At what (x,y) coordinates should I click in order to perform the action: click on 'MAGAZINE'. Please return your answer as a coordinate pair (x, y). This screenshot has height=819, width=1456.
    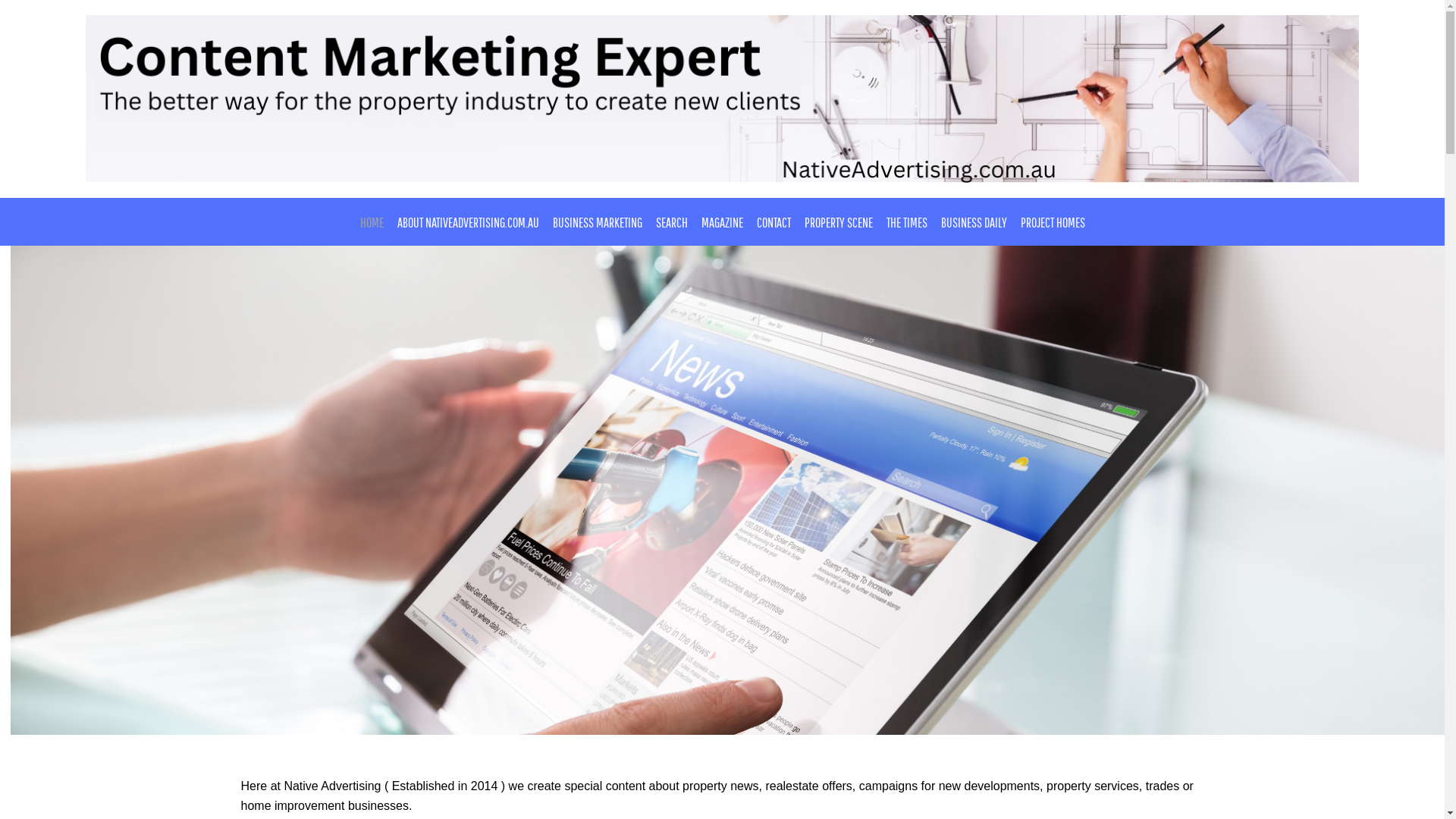
    Looking at the image, I should click on (721, 222).